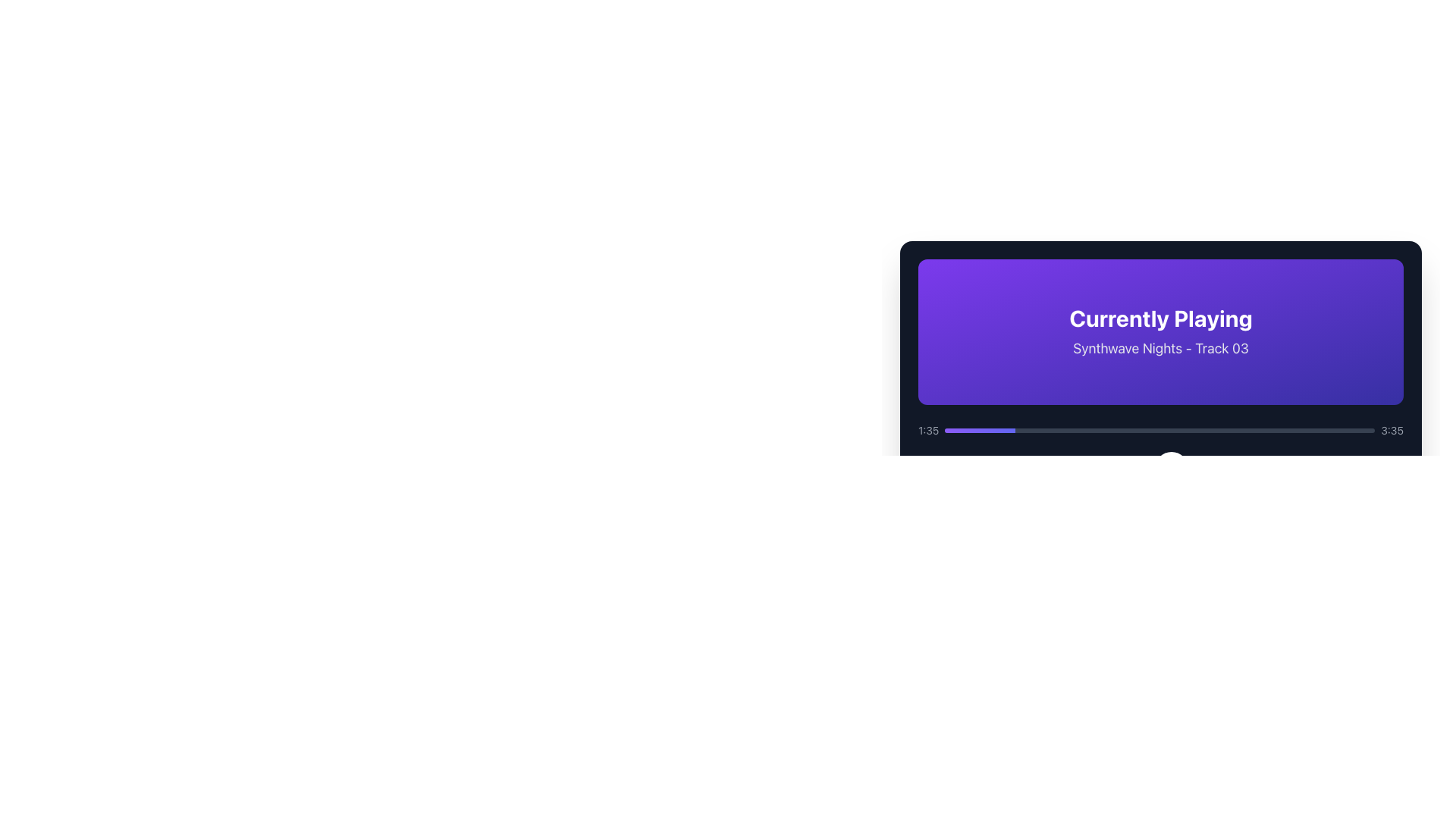 The width and height of the screenshot is (1456, 819). I want to click on the playback position, so click(977, 430).